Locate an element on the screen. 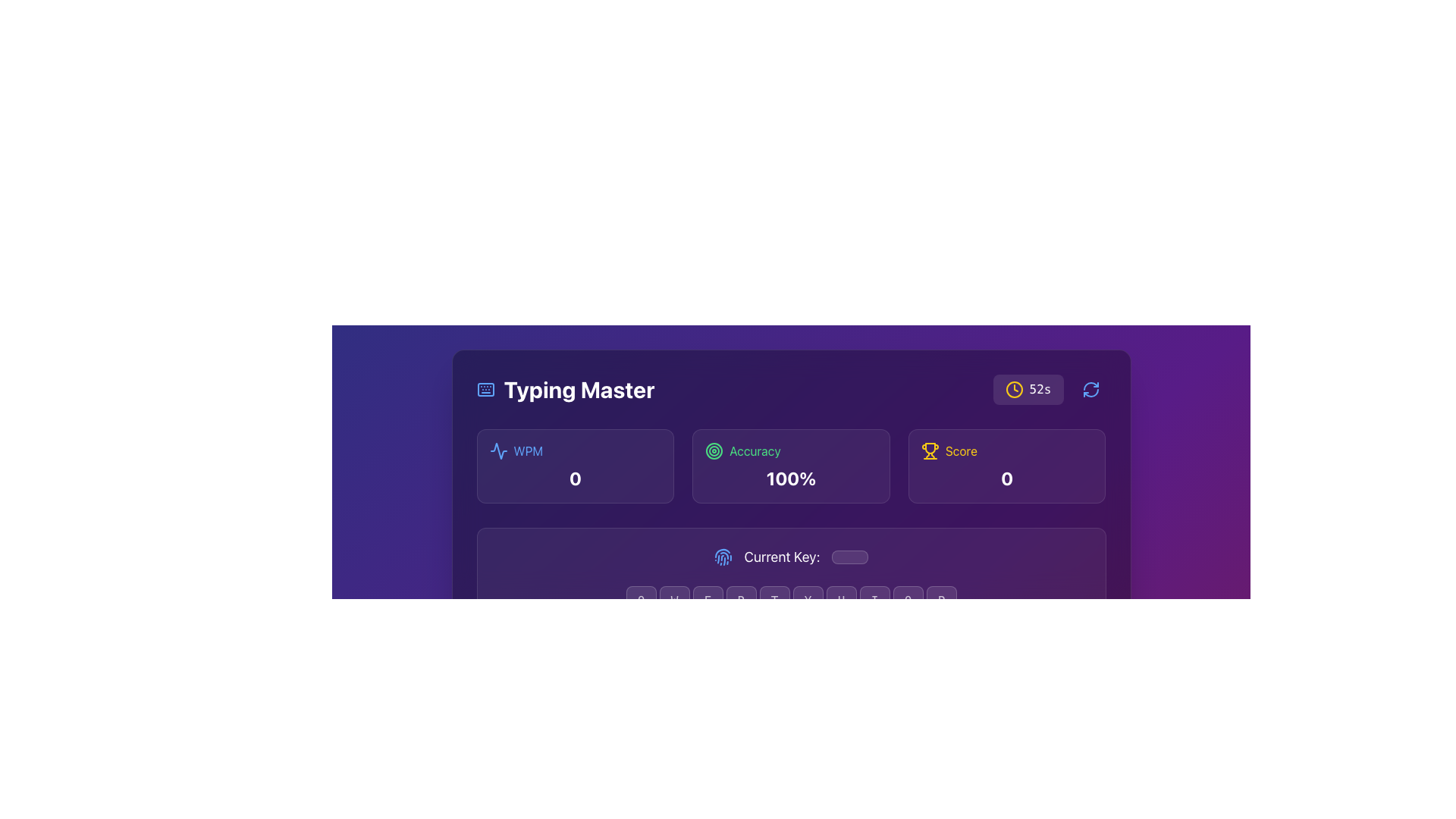 This screenshot has width=1456, height=819. the outermost circle of three concentric circles in the 'Accuracy' section, which is part of a graphical SVG element representing performance statistics is located at coordinates (714, 450).